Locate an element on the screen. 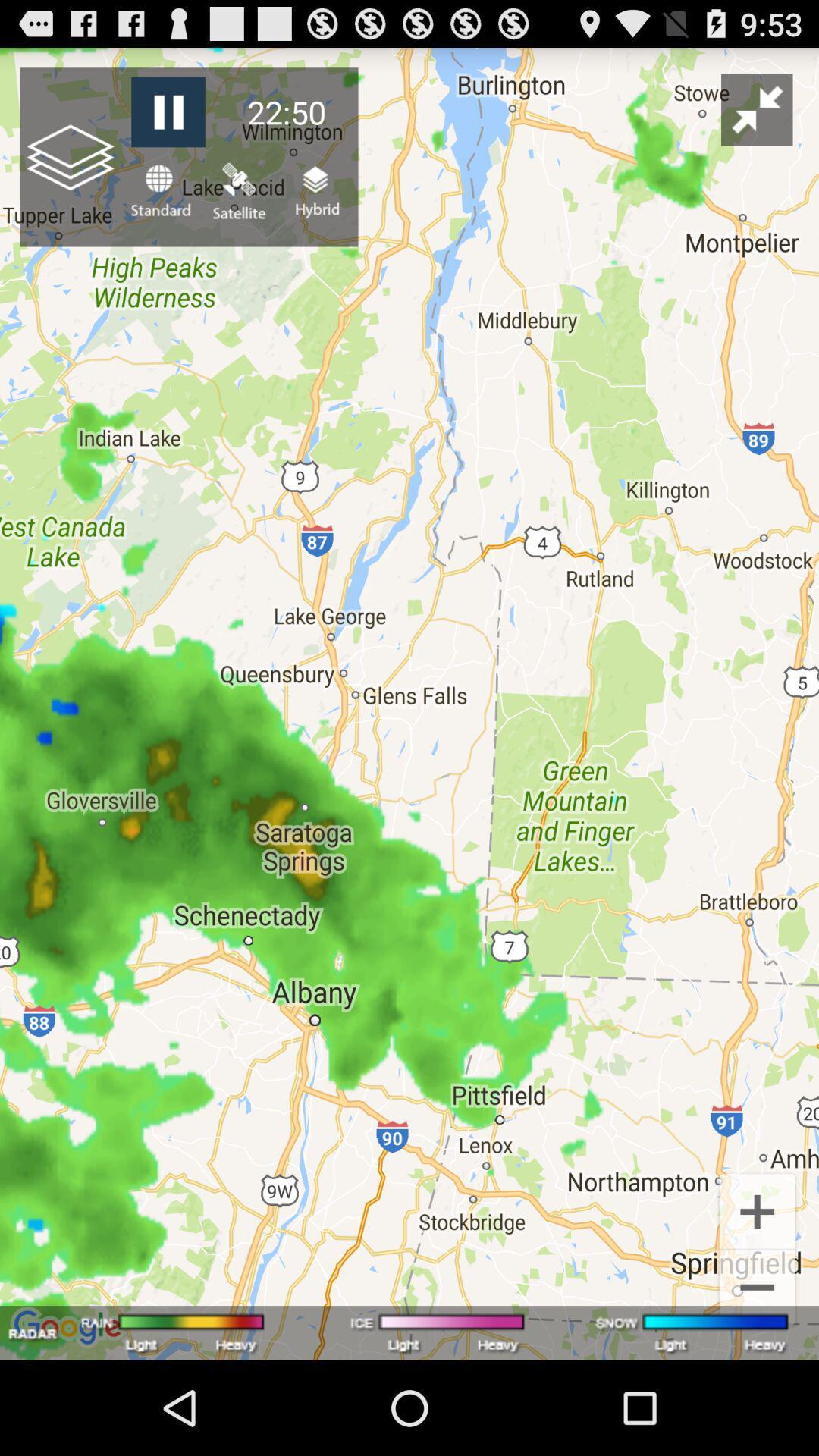  the layers icon is located at coordinates (315, 204).